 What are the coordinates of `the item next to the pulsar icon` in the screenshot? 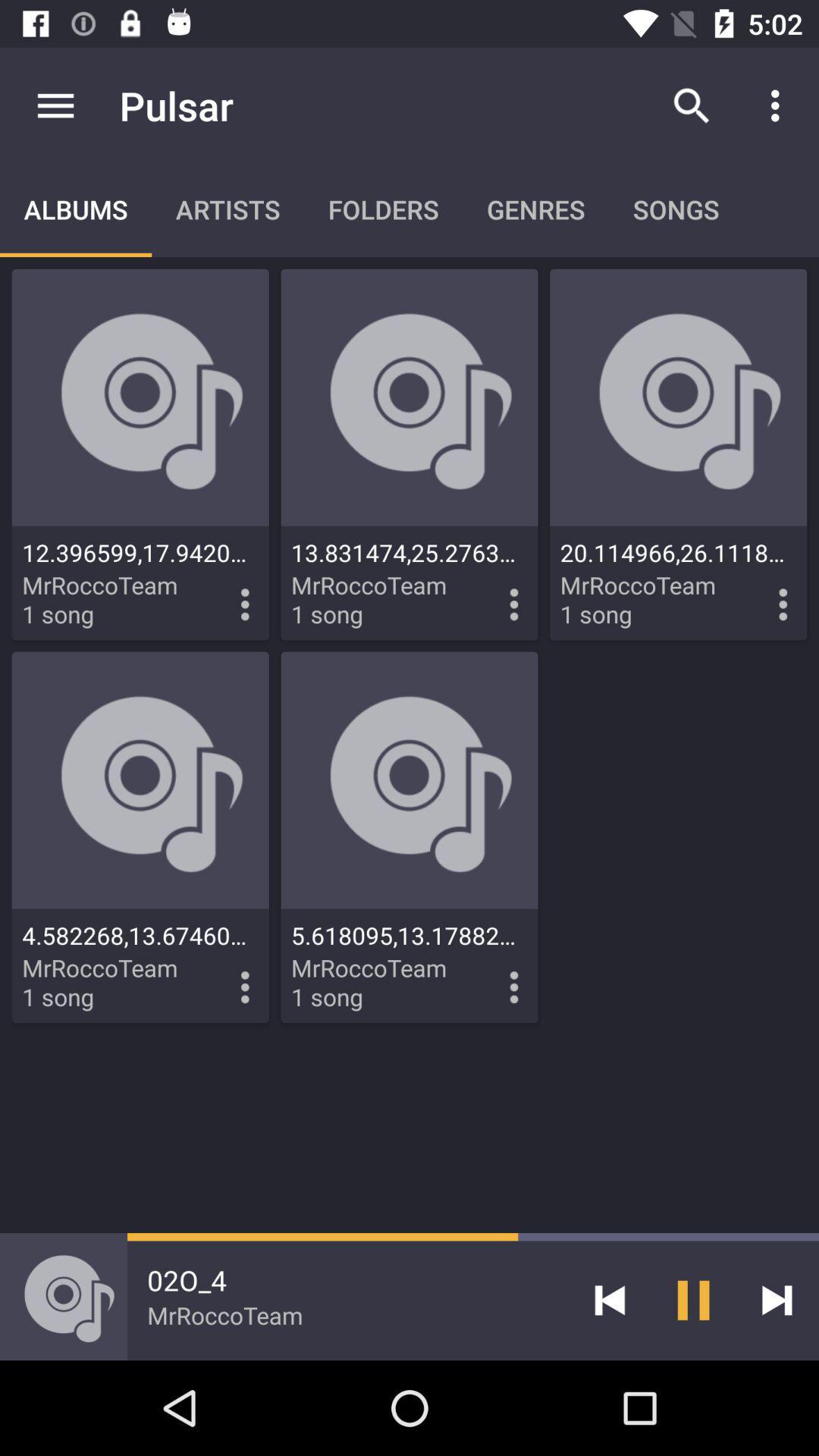 It's located at (55, 105).